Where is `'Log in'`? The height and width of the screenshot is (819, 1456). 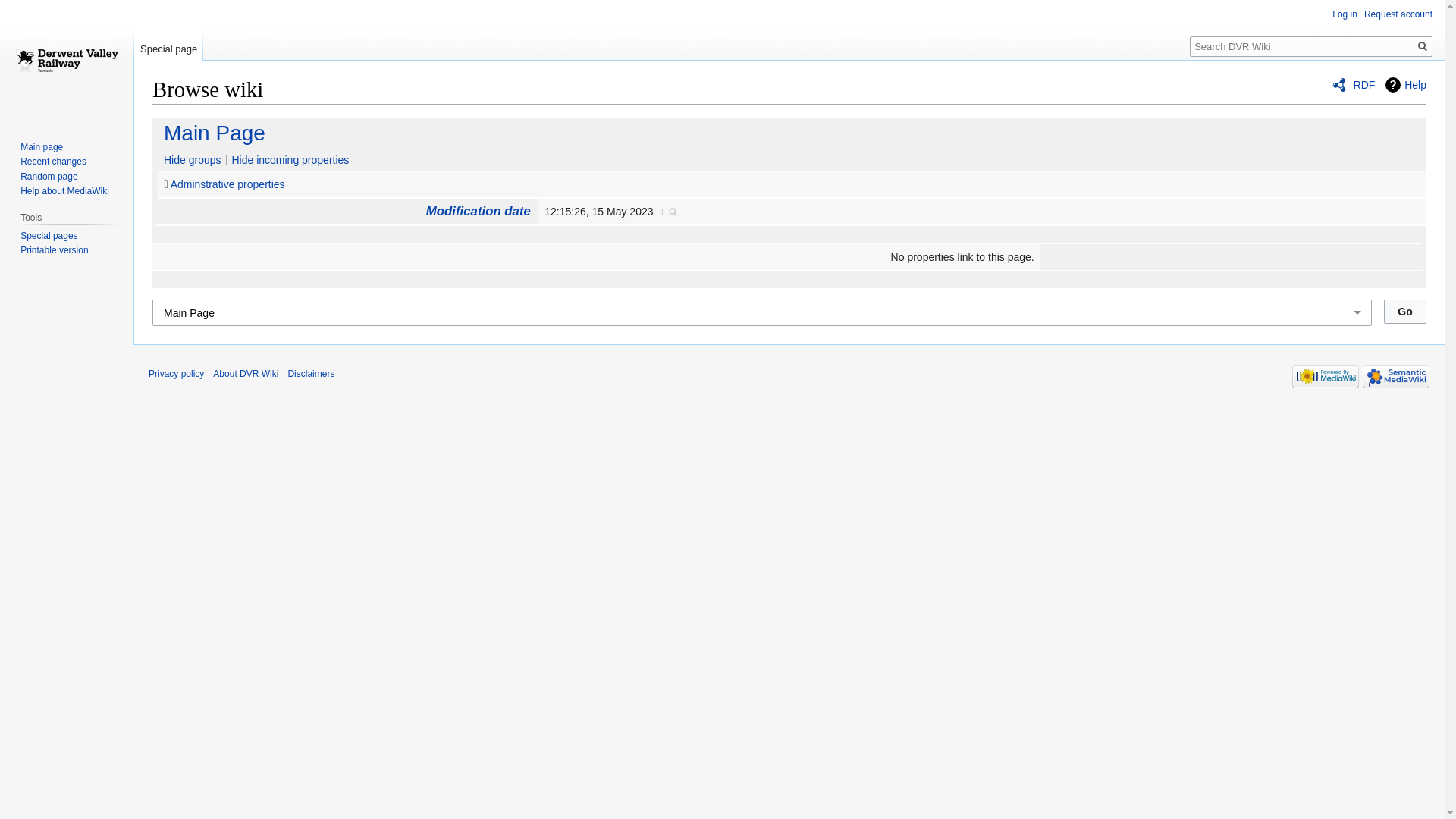 'Log in' is located at coordinates (1345, 14).